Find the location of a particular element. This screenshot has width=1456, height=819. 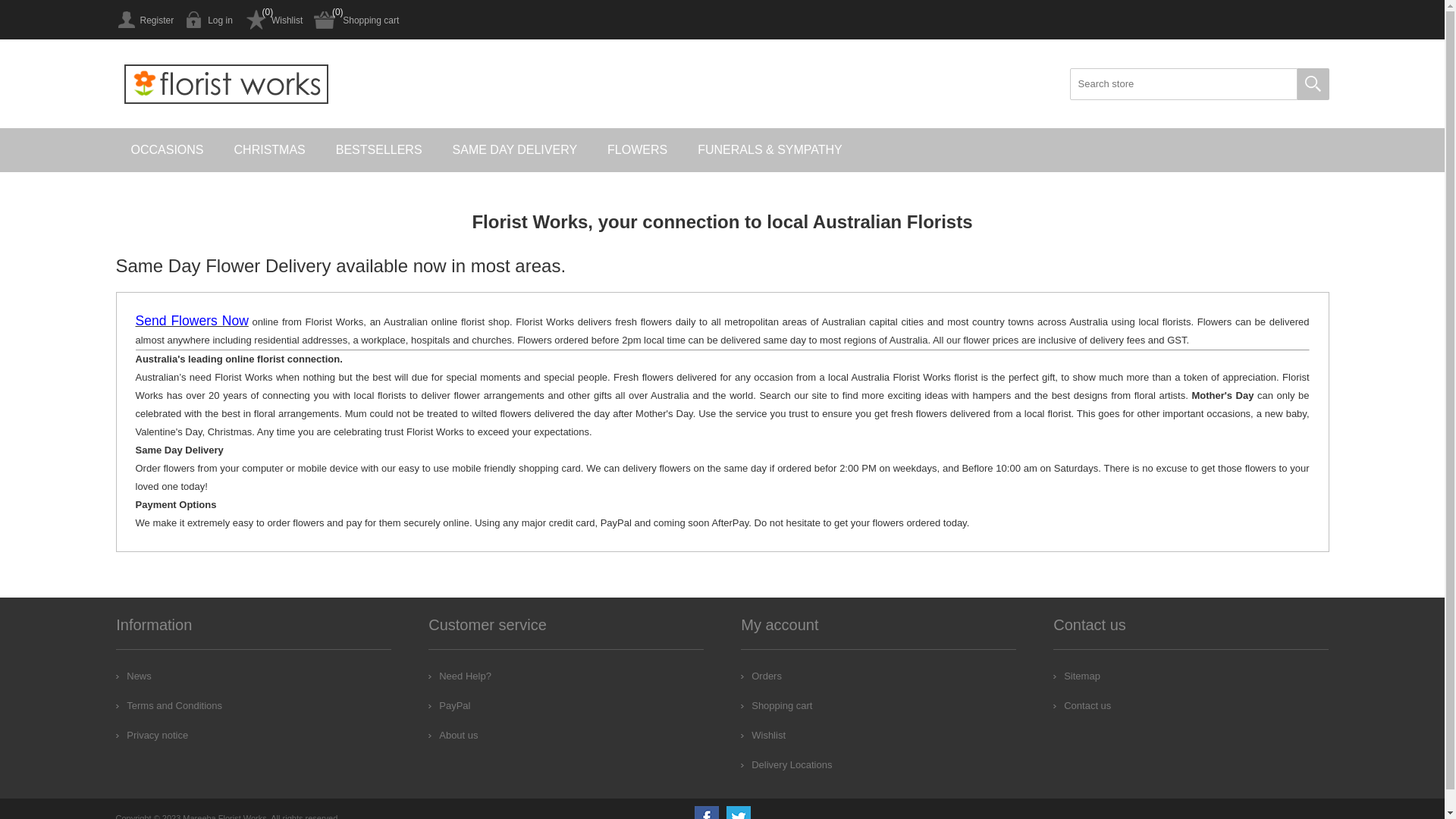

'Privacy notice' is located at coordinates (115, 734).